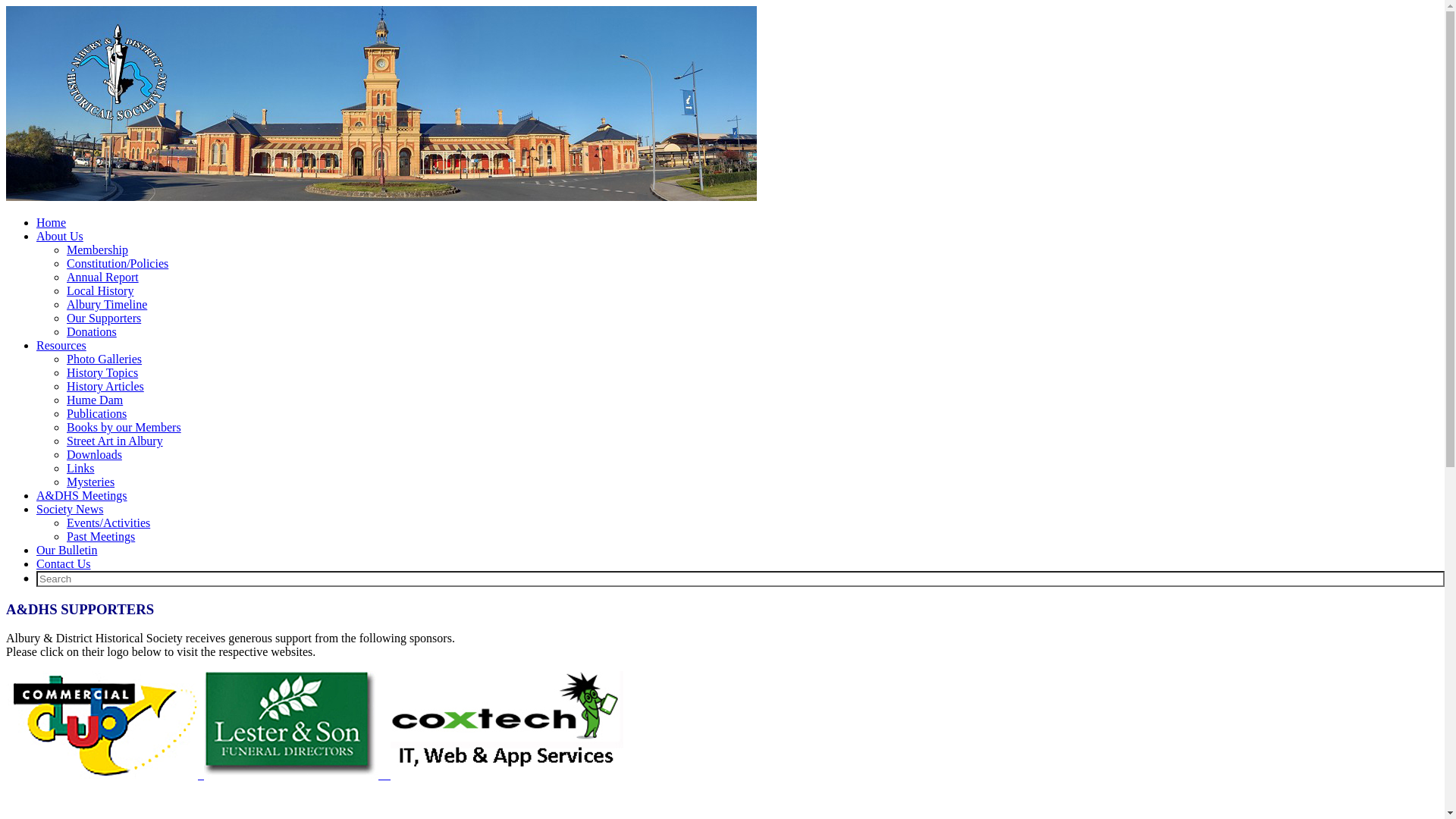 This screenshot has height=819, width=1456. What do you see at coordinates (68, 509) in the screenshot?
I see `'Society News'` at bounding box center [68, 509].